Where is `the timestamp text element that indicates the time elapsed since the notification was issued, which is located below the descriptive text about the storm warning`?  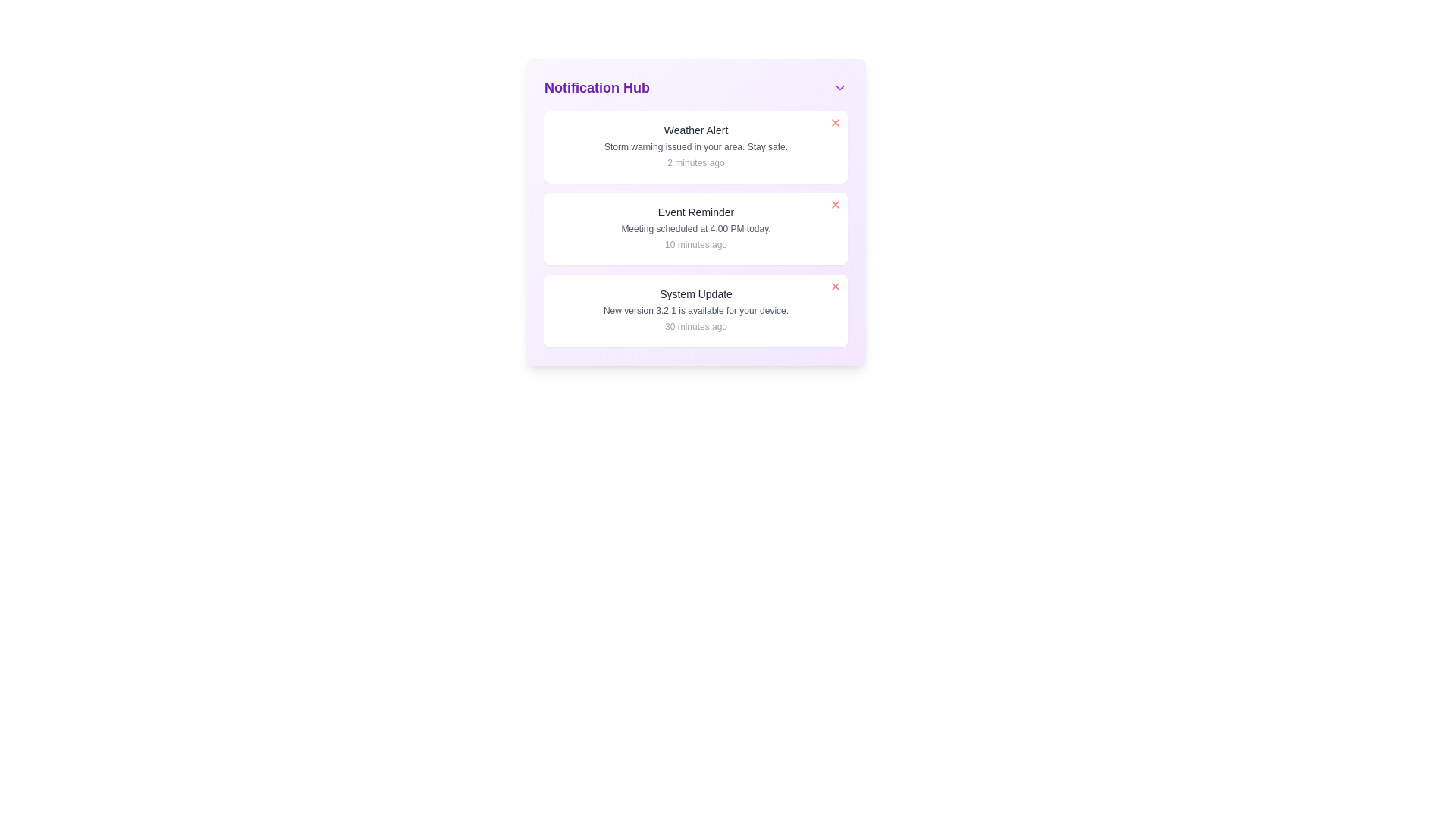
the timestamp text element that indicates the time elapsed since the notification was issued, which is located below the descriptive text about the storm warning is located at coordinates (695, 163).